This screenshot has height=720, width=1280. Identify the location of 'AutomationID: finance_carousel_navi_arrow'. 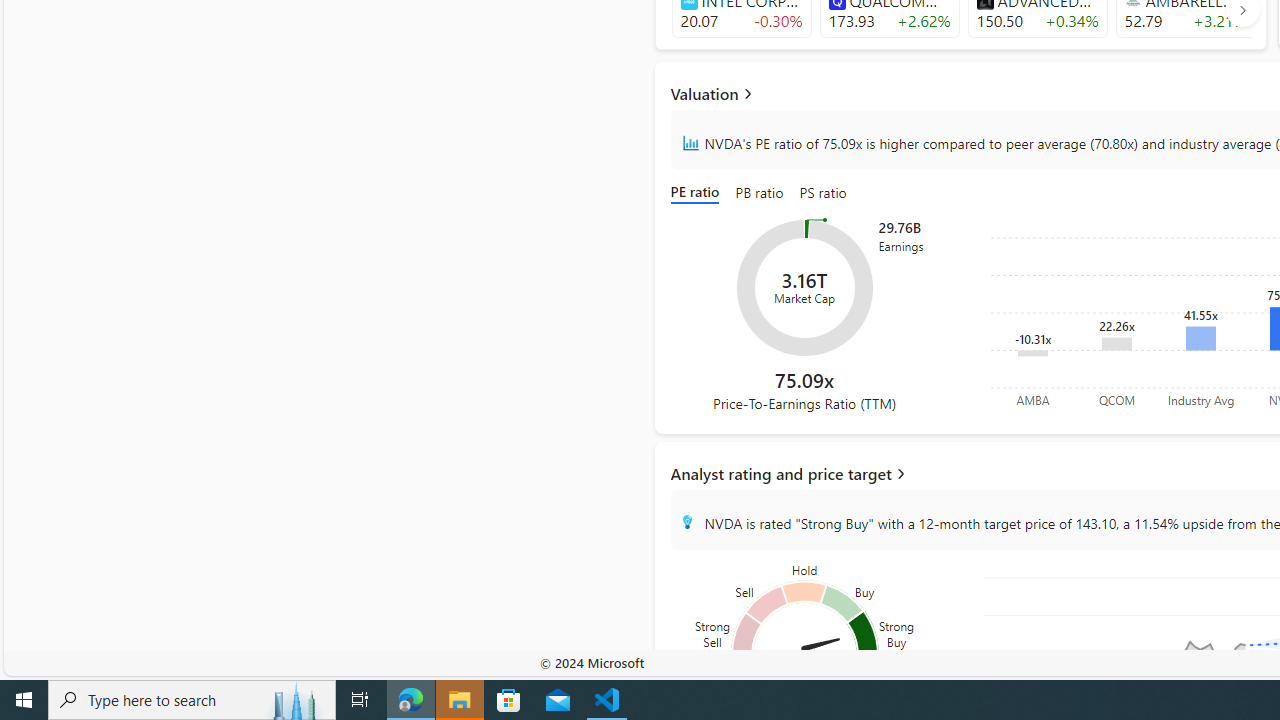
(1241, 10).